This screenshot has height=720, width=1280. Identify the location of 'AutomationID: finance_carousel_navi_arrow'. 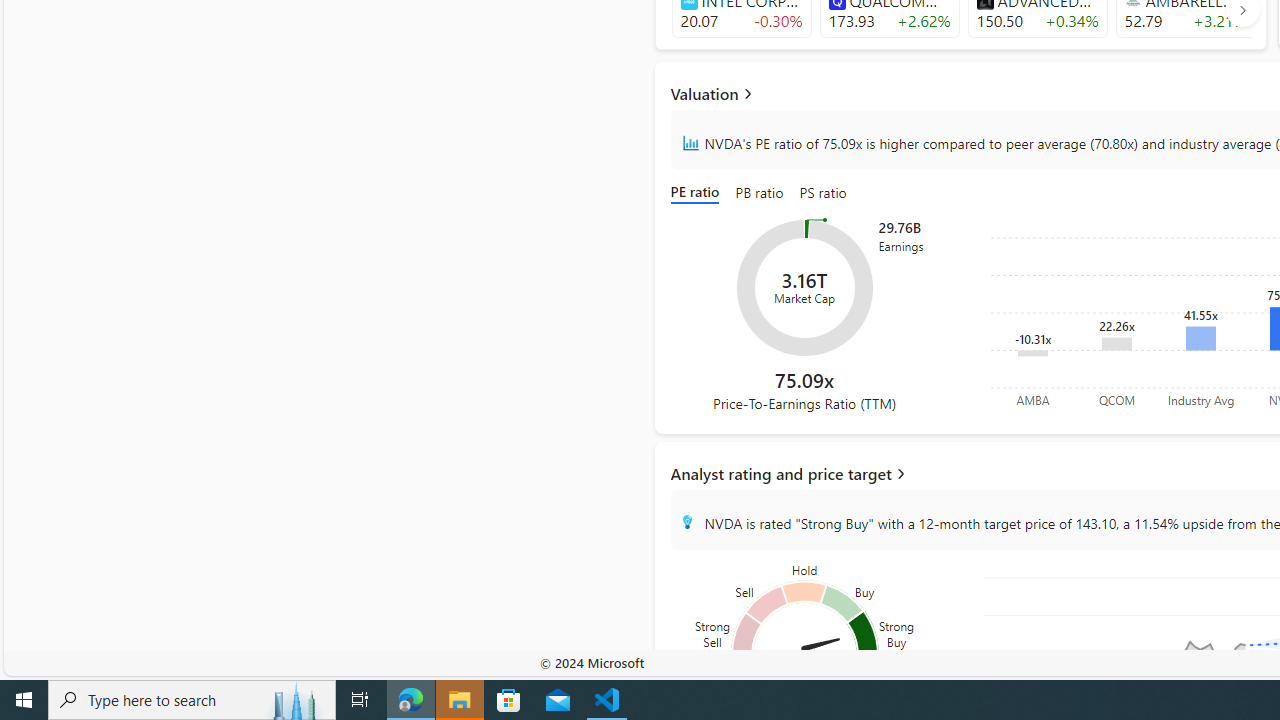
(1241, 10).